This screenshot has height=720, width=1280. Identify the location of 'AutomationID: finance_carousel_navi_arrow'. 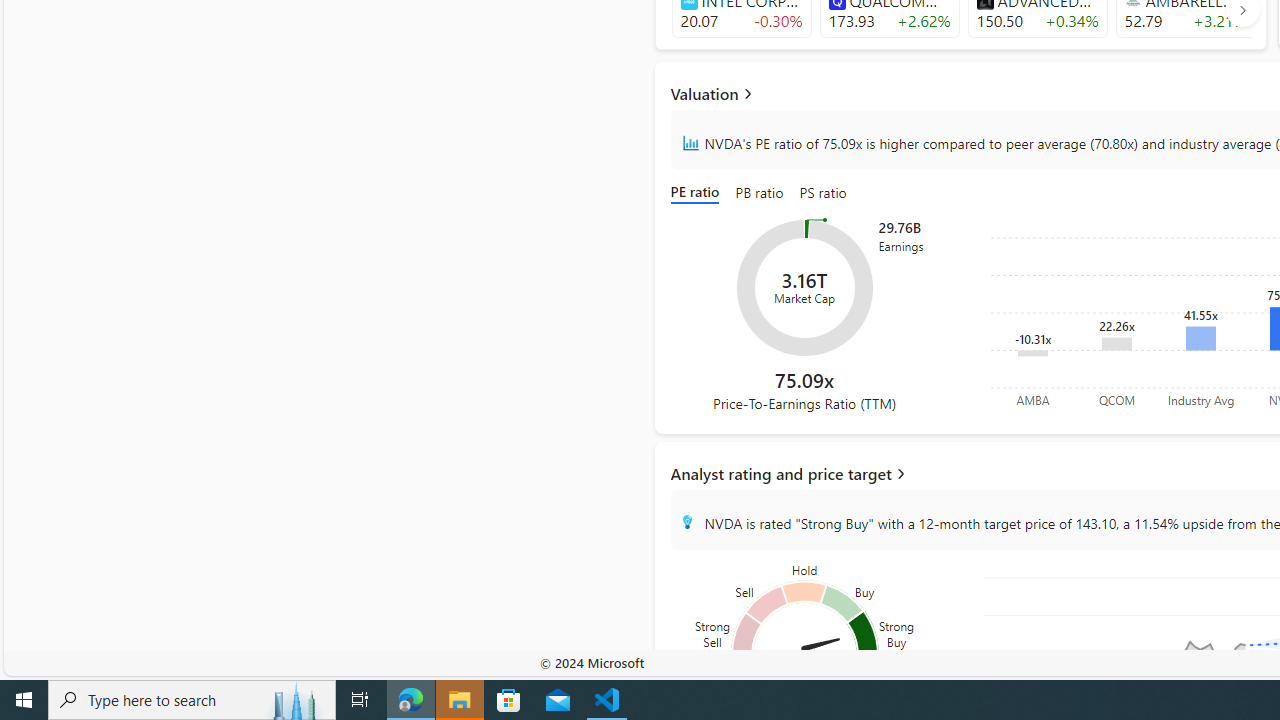
(1241, 10).